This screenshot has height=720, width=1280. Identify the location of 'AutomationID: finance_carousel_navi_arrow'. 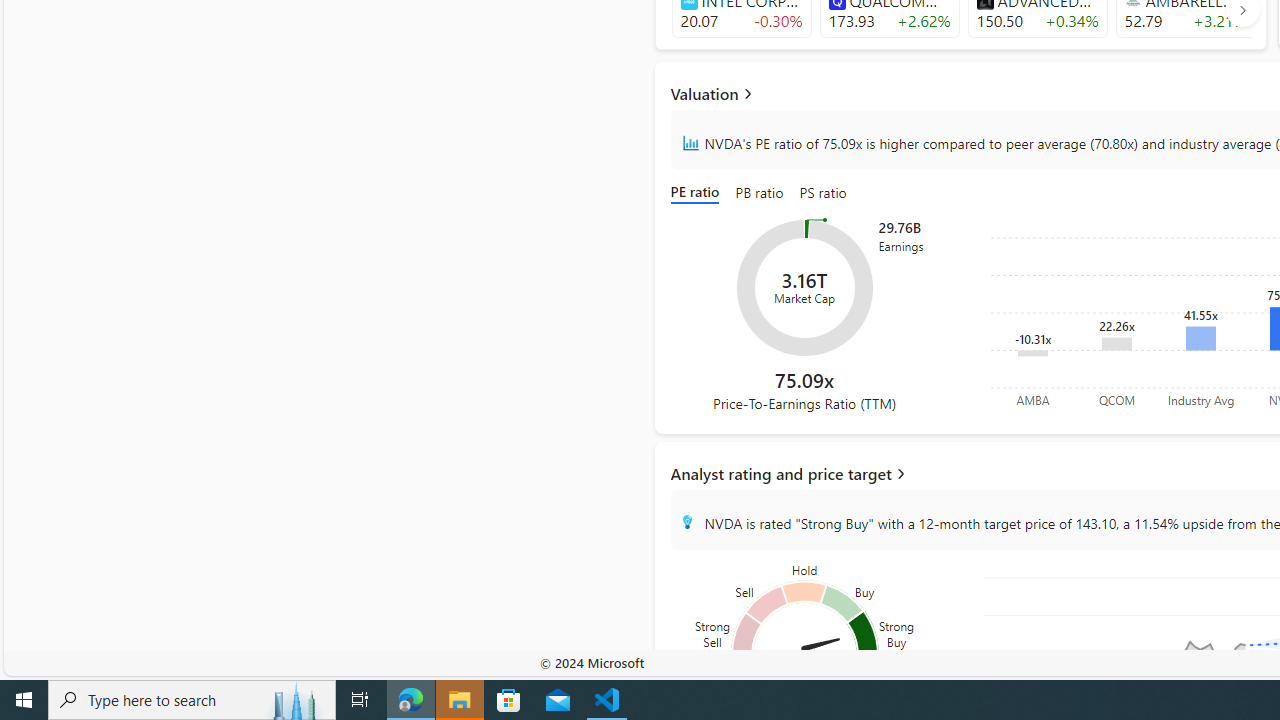
(1241, 10).